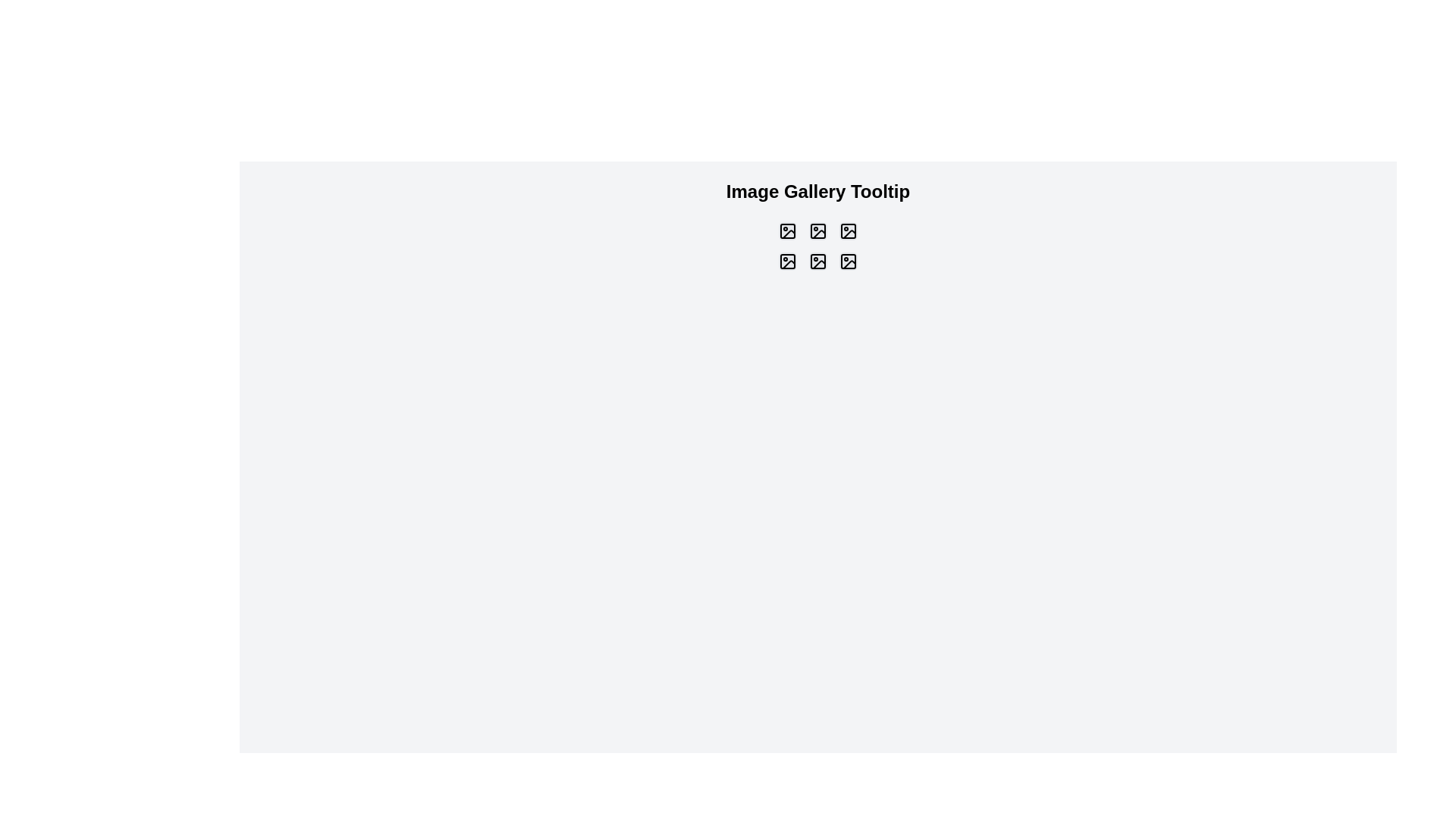 This screenshot has height=819, width=1456. Describe the element at coordinates (787, 231) in the screenshot. I see `the Image icon or placeholder located` at that location.